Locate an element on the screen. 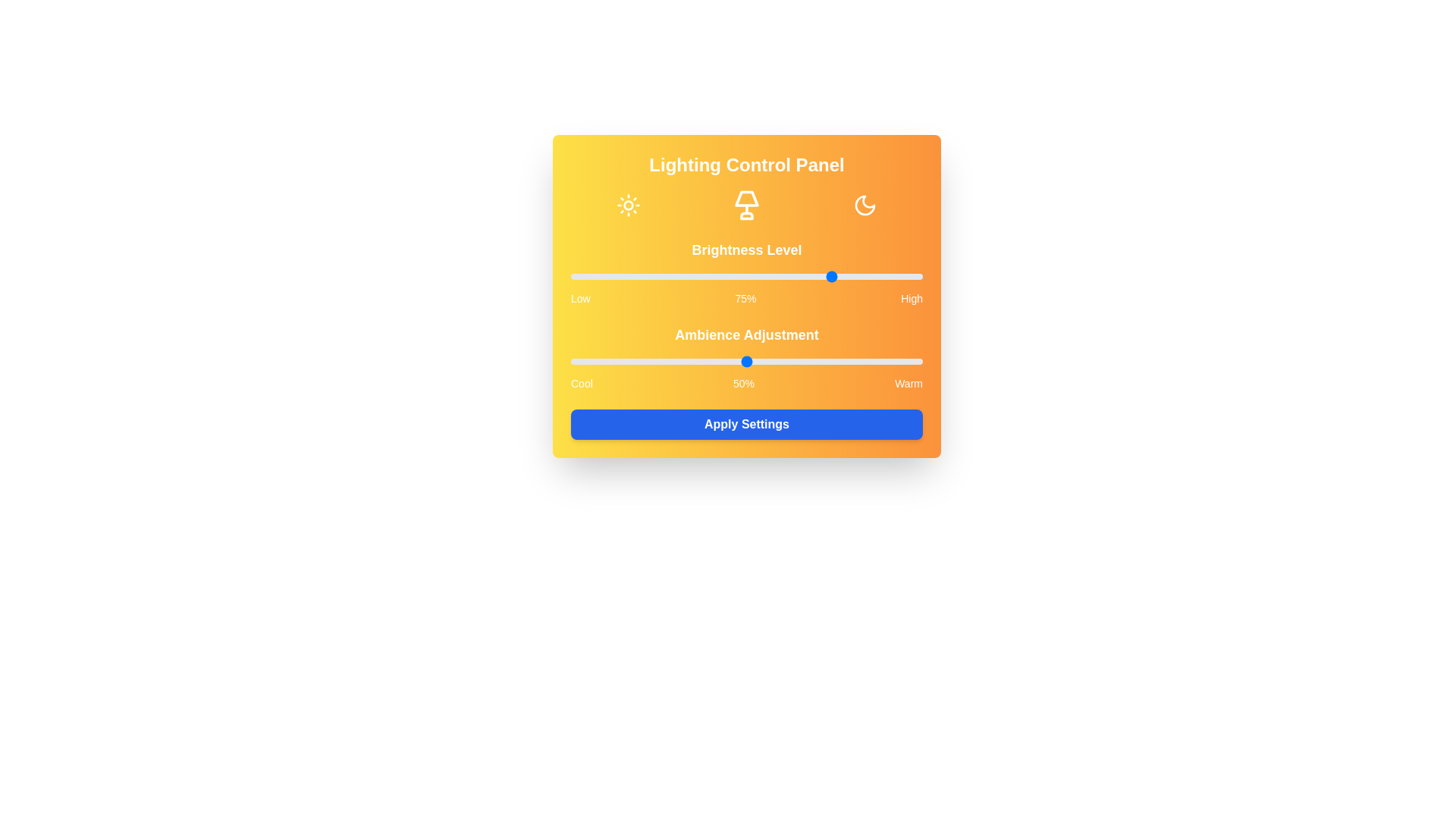  the brightness slider to set the brightness level to 94% is located at coordinates (902, 277).